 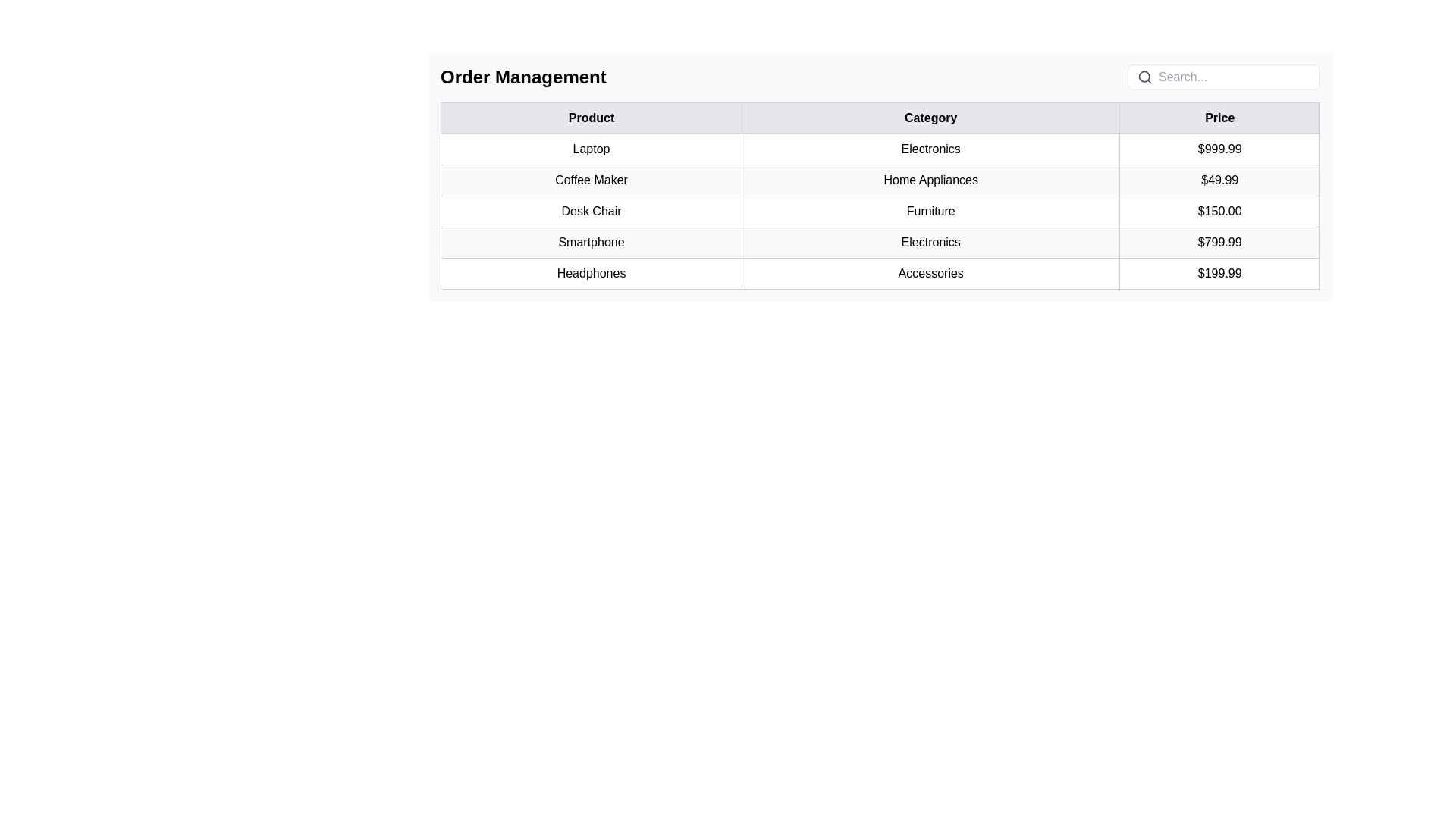 What do you see at coordinates (930, 211) in the screenshot?
I see `the table cell displaying 'Furniture' in the second column under the 'Category' header for the 'Desk Chair' row` at bounding box center [930, 211].